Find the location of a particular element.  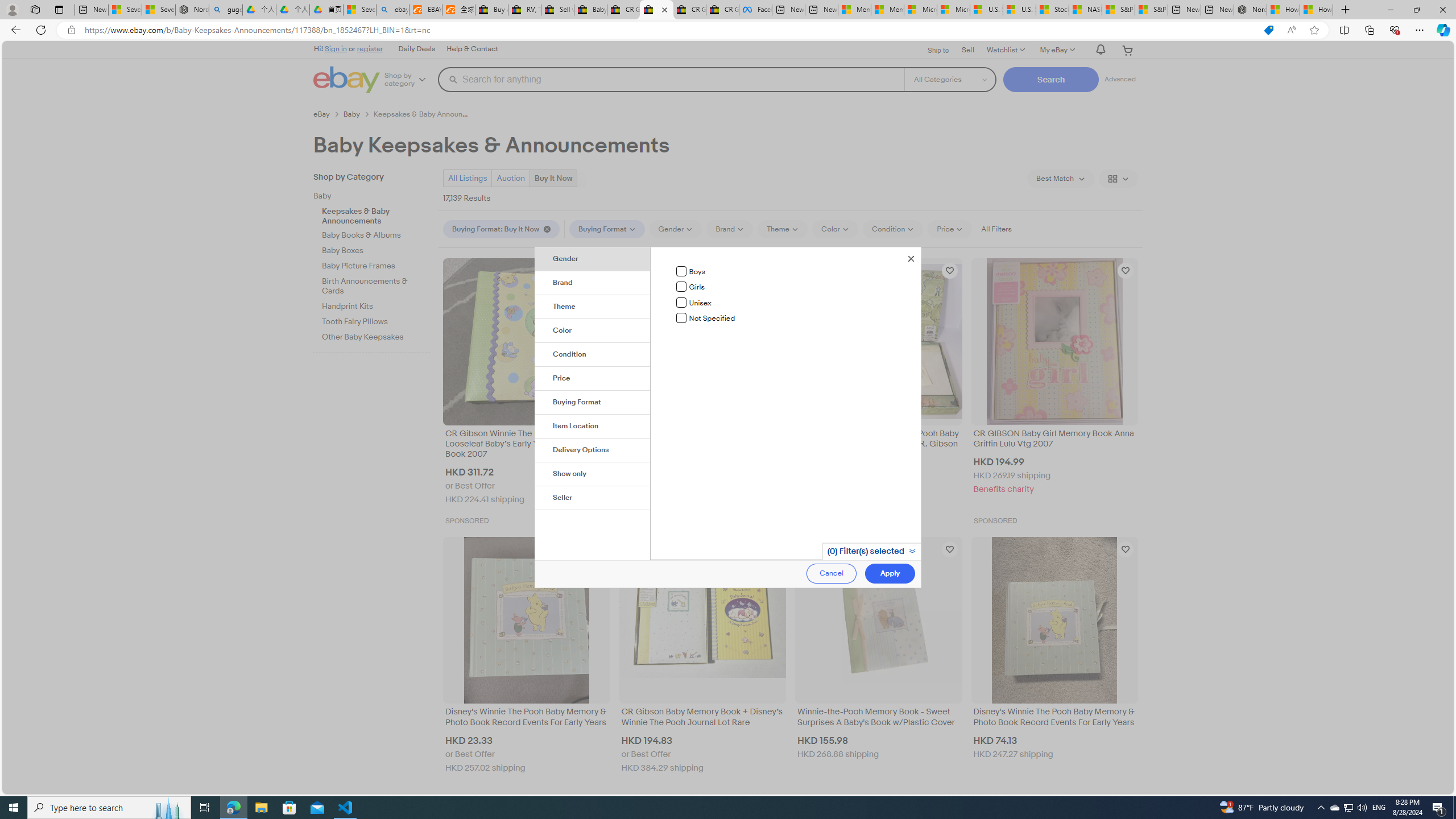

'Read aloud this page (Ctrl+Shift+U)' is located at coordinates (1291, 30).